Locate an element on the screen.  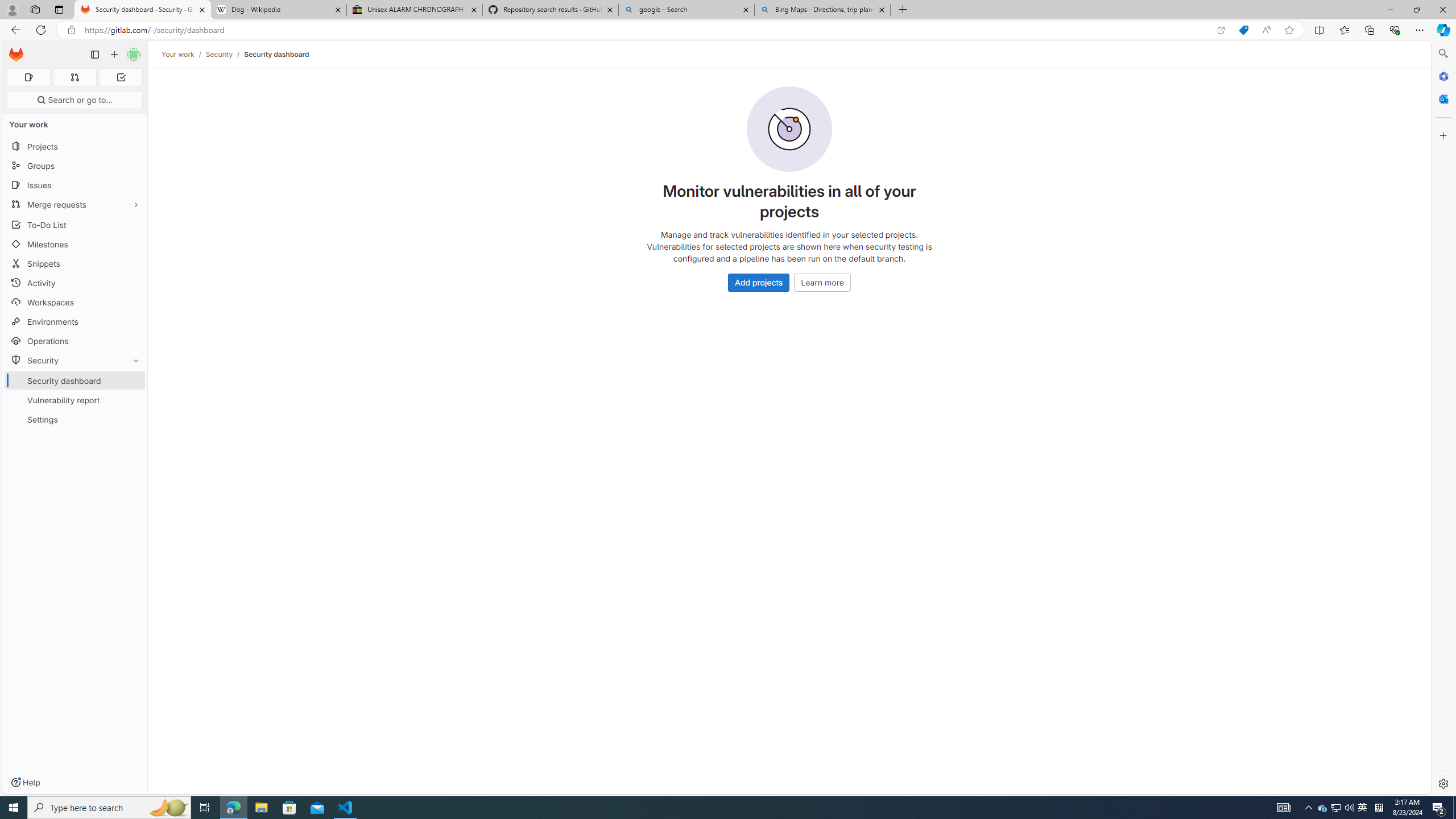
'Projects' is located at coordinates (74, 146).